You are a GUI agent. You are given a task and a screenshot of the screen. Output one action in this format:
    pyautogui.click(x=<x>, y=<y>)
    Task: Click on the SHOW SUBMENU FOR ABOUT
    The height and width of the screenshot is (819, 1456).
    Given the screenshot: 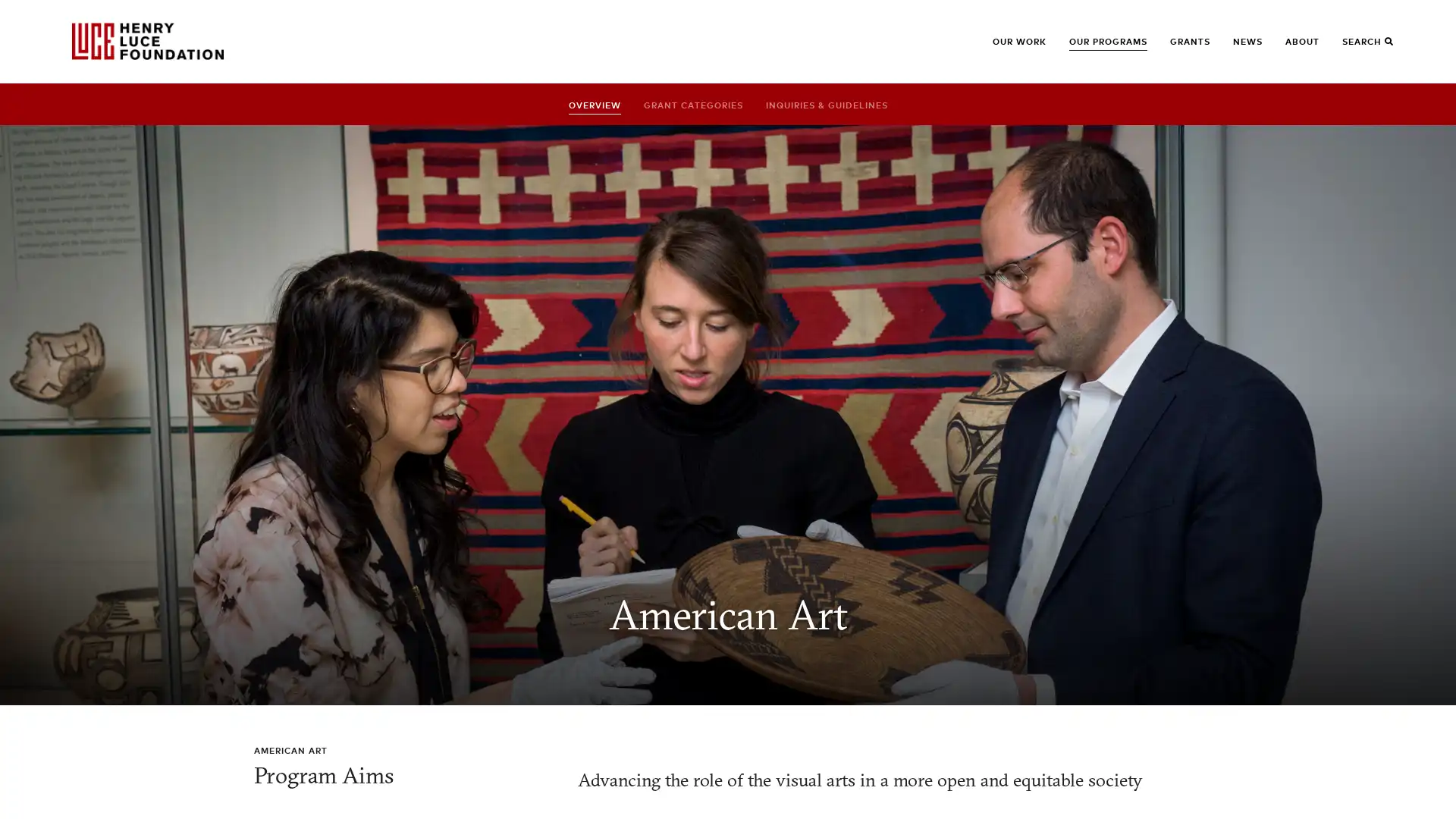 What is the action you would take?
    pyautogui.click(x=1309, y=48)
    